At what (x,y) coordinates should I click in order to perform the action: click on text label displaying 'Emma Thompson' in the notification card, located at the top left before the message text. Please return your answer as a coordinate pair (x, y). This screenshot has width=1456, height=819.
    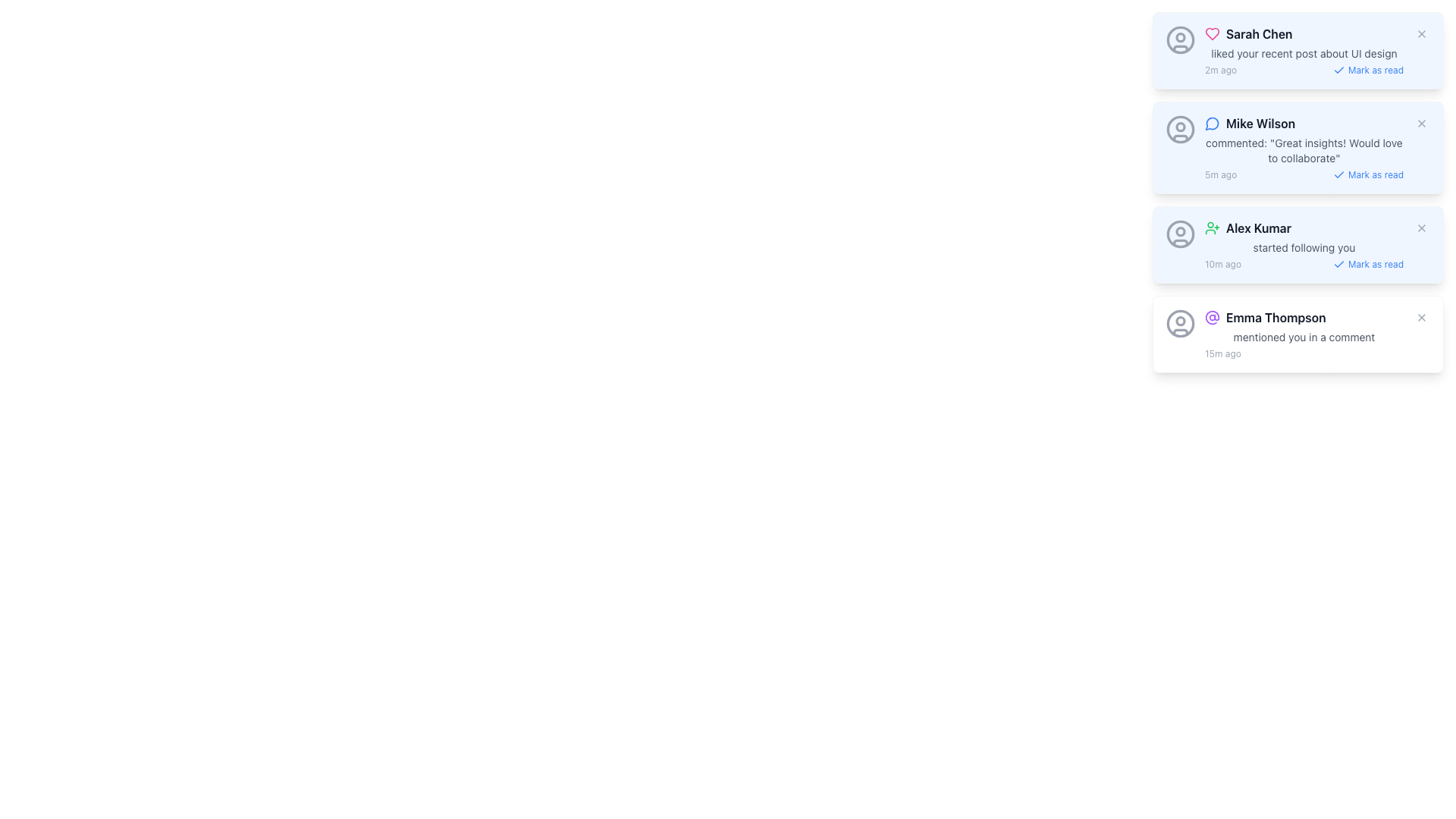
    Looking at the image, I should click on (1303, 317).